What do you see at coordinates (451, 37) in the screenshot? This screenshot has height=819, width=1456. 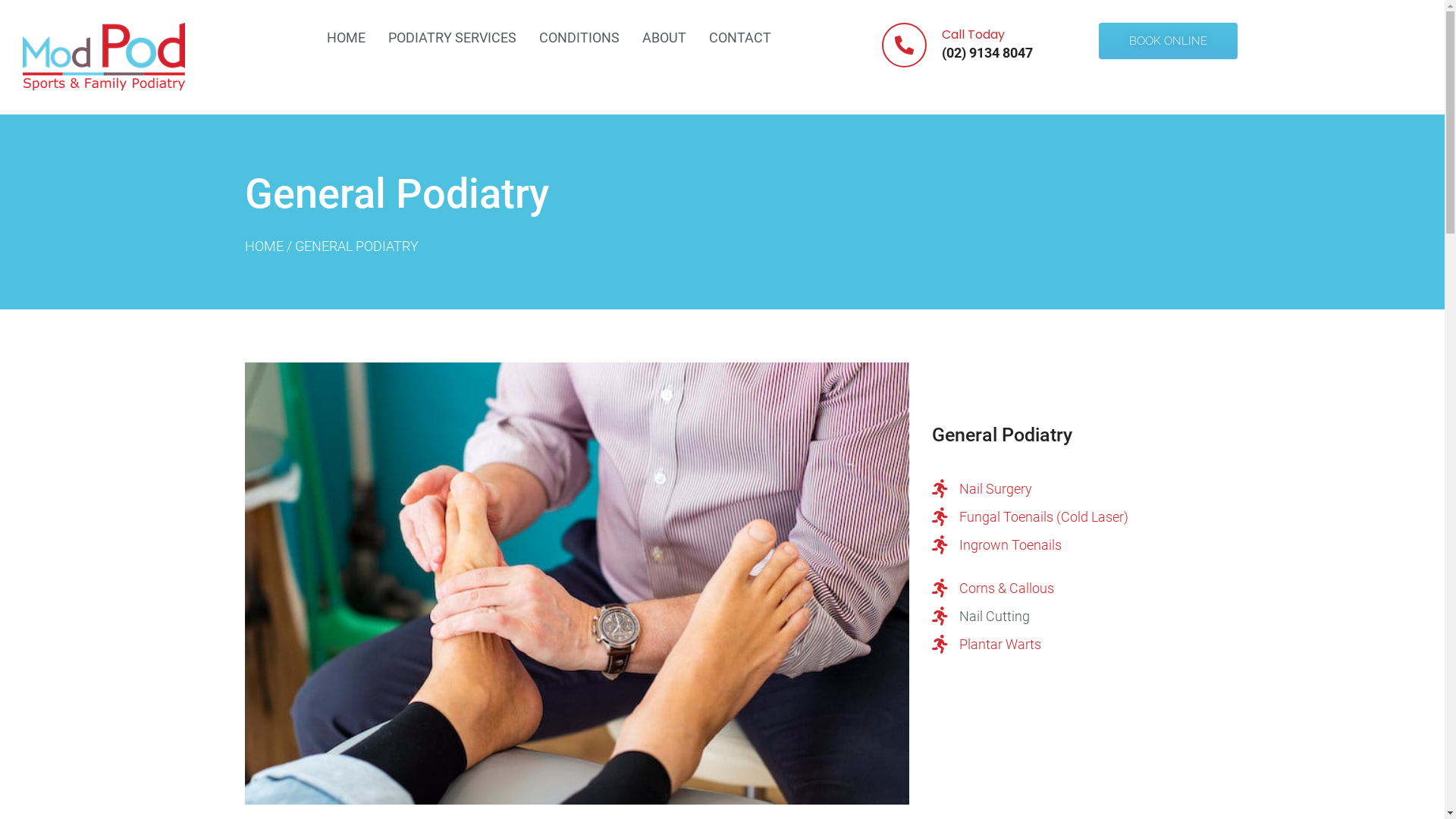 I see `'PODIATRY SERVICES'` at bounding box center [451, 37].